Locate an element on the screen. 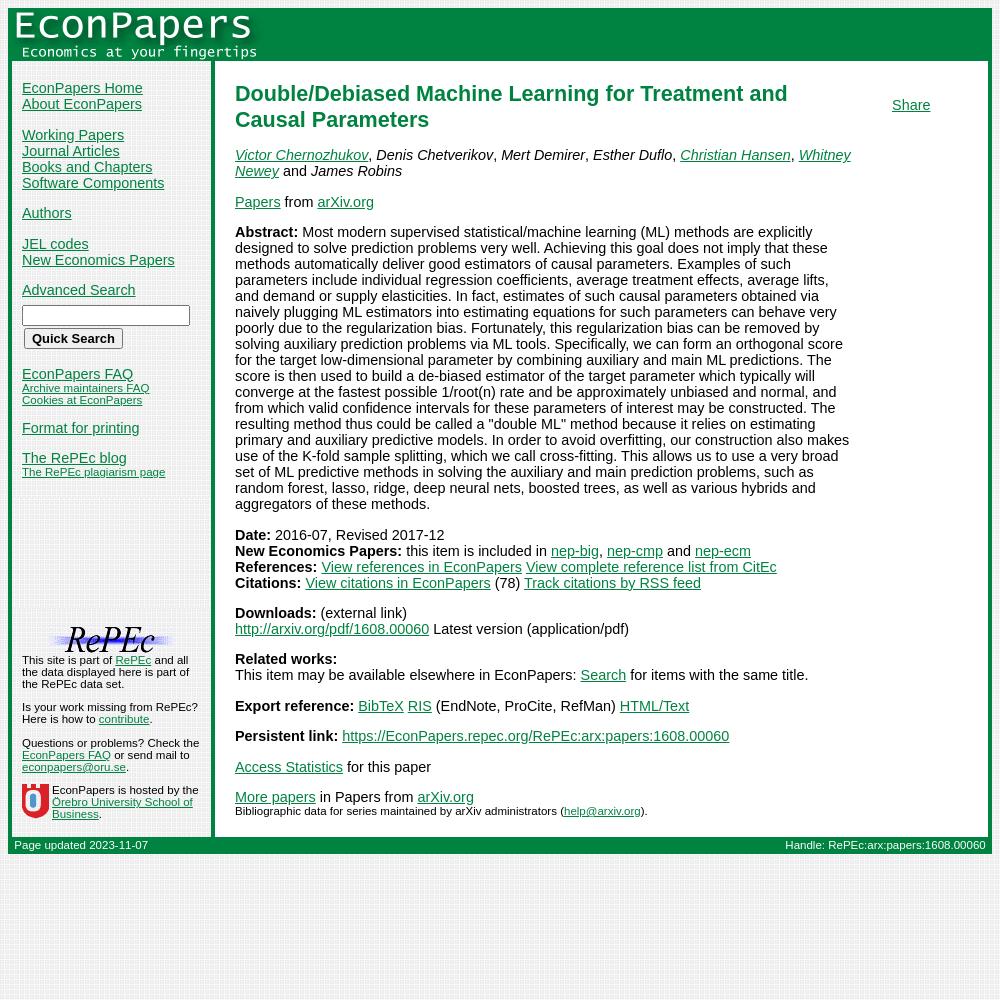 The width and height of the screenshot is (1000, 1000). 'Most modern supervised statistical/machine learning (ML) methods are explicitly designed to solve prediction problems very well. Achieving this goal does not imply that these methods automatically deliver good estimators of causal parameters. Examples of such parameters include individual regression coefficients, average treatment effects, average lifts, and demand or supply elasticities. In fact, estimates of such causal parameters obtained via naively plugging ML estimators into estimating equations for such parameters can behave very poorly due to the regularization bias. Fortunately, this regularization bias can be removed by solving auxiliary prediction problems via ML tools. Specifically, we can form an orthogonal score for the target low-dimensional parameter by combining auxiliary and main ML predictions. The score is then used to build a de-biased estimator of the target parameter which typically will converge at the fastest possible 1/root(n) rate and be approximately unbiased and normal, and from which valid confidence intervals for these parameters of interest may be constructed. The resulting method thus could be called a "double ML" method because it relies on estimating primary and auxiliary predictive models. In order to avoid overfitting, our construction also makes use of the K-fold sample splitting, which we call cross-fitting. This allows us to use a very broad set of ML predictive methods in solving the auxiliary and main prediction problems, such as random forest, lasso, ridge, deep neural nets, boosted trees, as well as various hybrids and aggregators of these methods.' is located at coordinates (542, 367).